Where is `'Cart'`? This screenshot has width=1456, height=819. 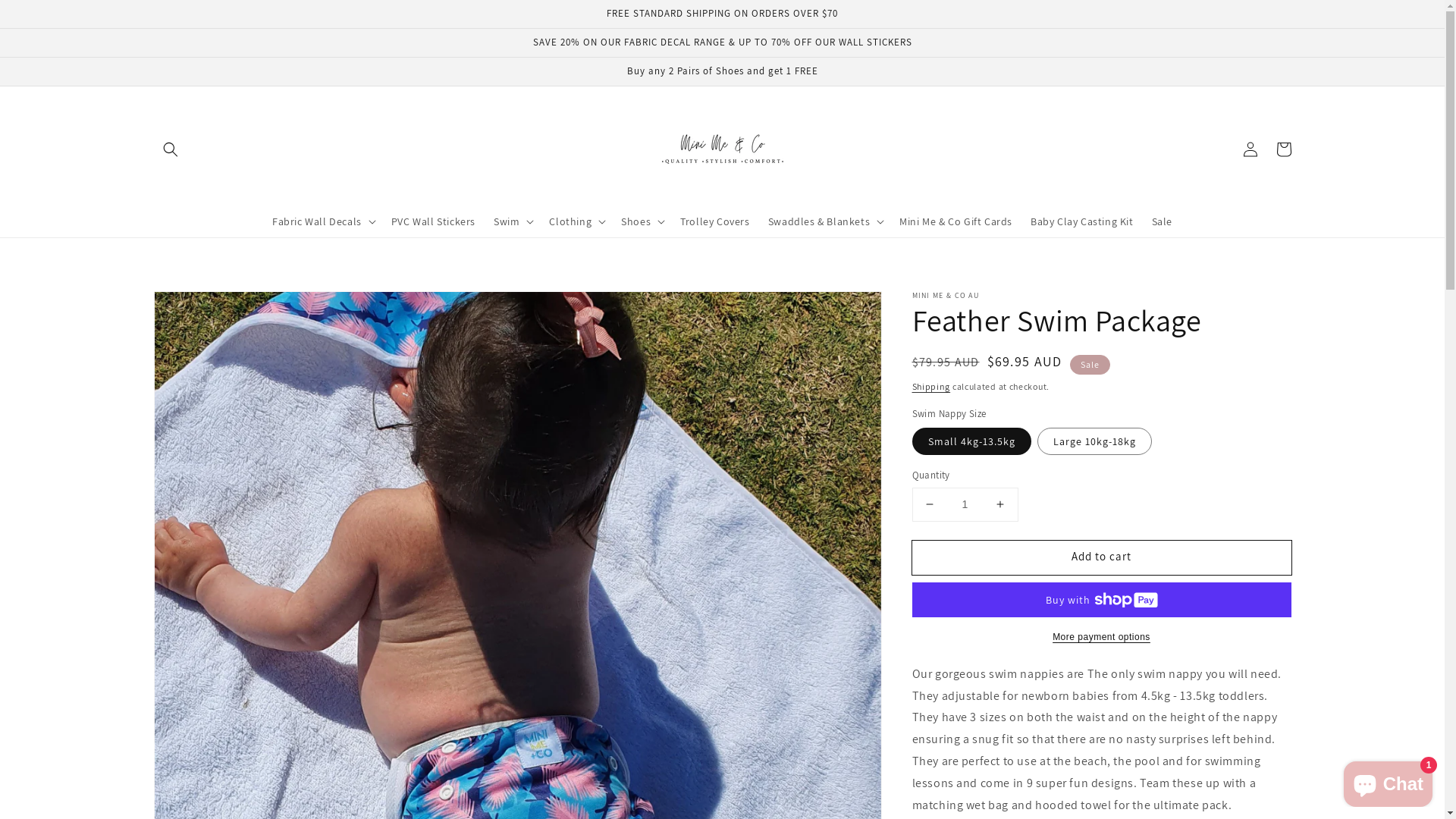 'Cart' is located at coordinates (1266, 149).